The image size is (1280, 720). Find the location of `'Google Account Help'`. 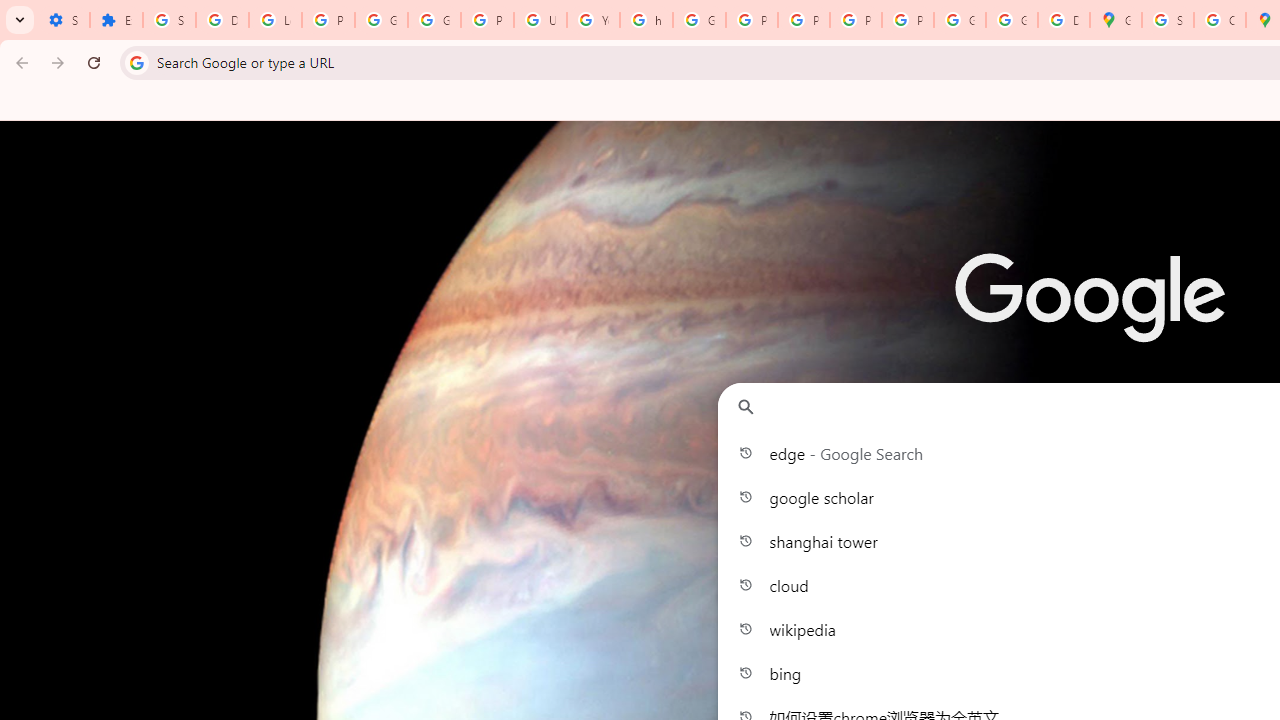

'Google Account Help' is located at coordinates (433, 20).